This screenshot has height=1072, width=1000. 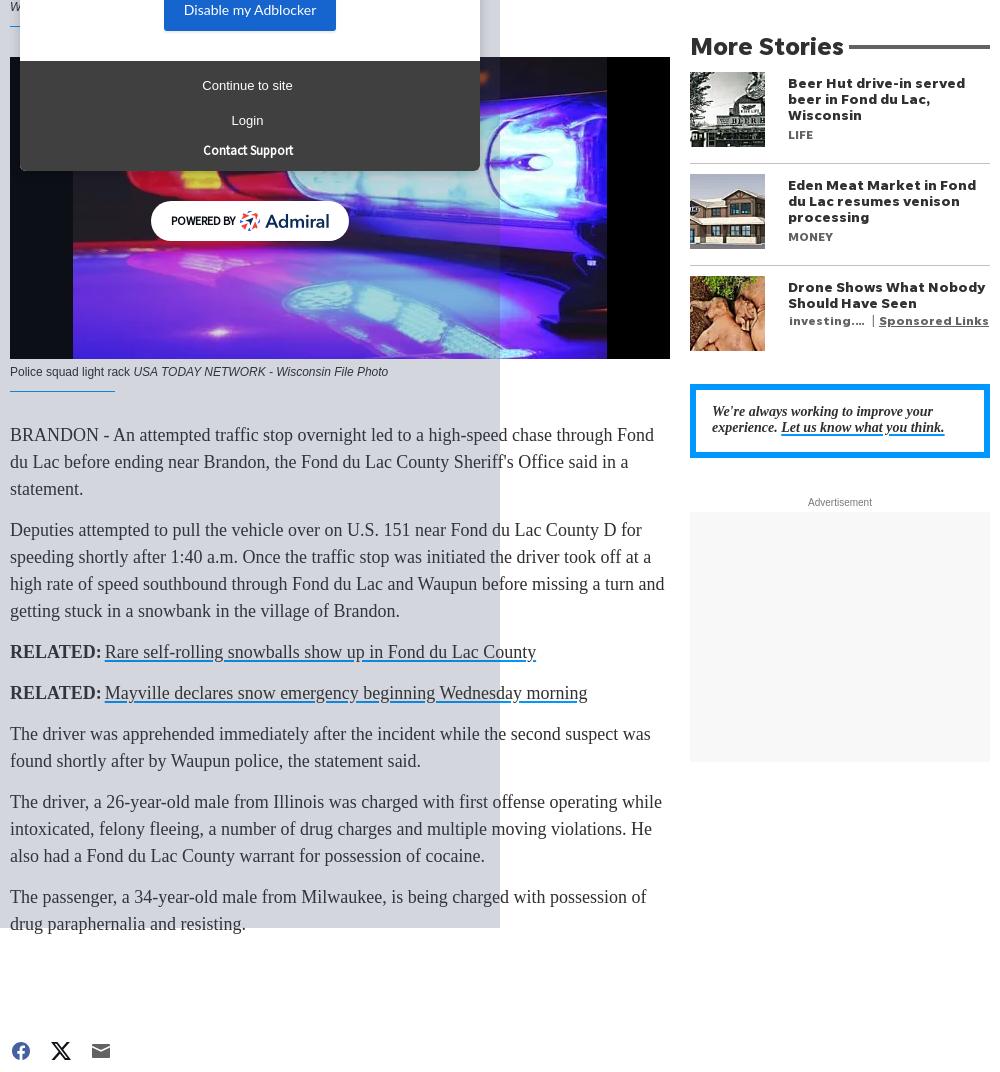 What do you see at coordinates (327, 910) in the screenshot?
I see `'The passenger, a 34-year-old male from Milwaukee, is being charged with possession of drug paraphernalia and resisting.'` at bounding box center [327, 910].